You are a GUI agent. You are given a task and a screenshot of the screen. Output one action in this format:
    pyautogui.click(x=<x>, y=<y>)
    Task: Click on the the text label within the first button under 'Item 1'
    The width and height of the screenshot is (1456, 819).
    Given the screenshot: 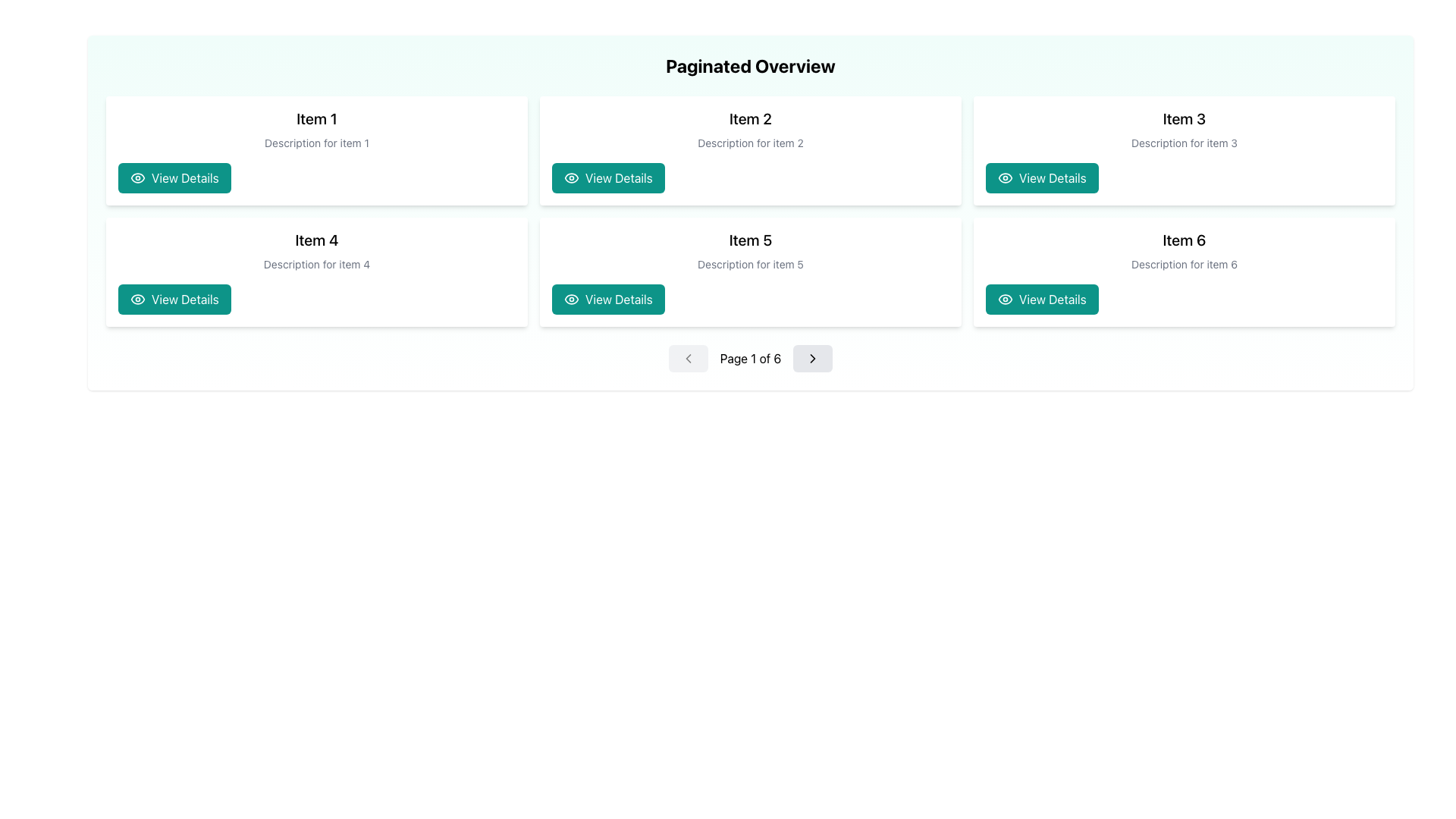 What is the action you would take?
    pyautogui.click(x=184, y=177)
    